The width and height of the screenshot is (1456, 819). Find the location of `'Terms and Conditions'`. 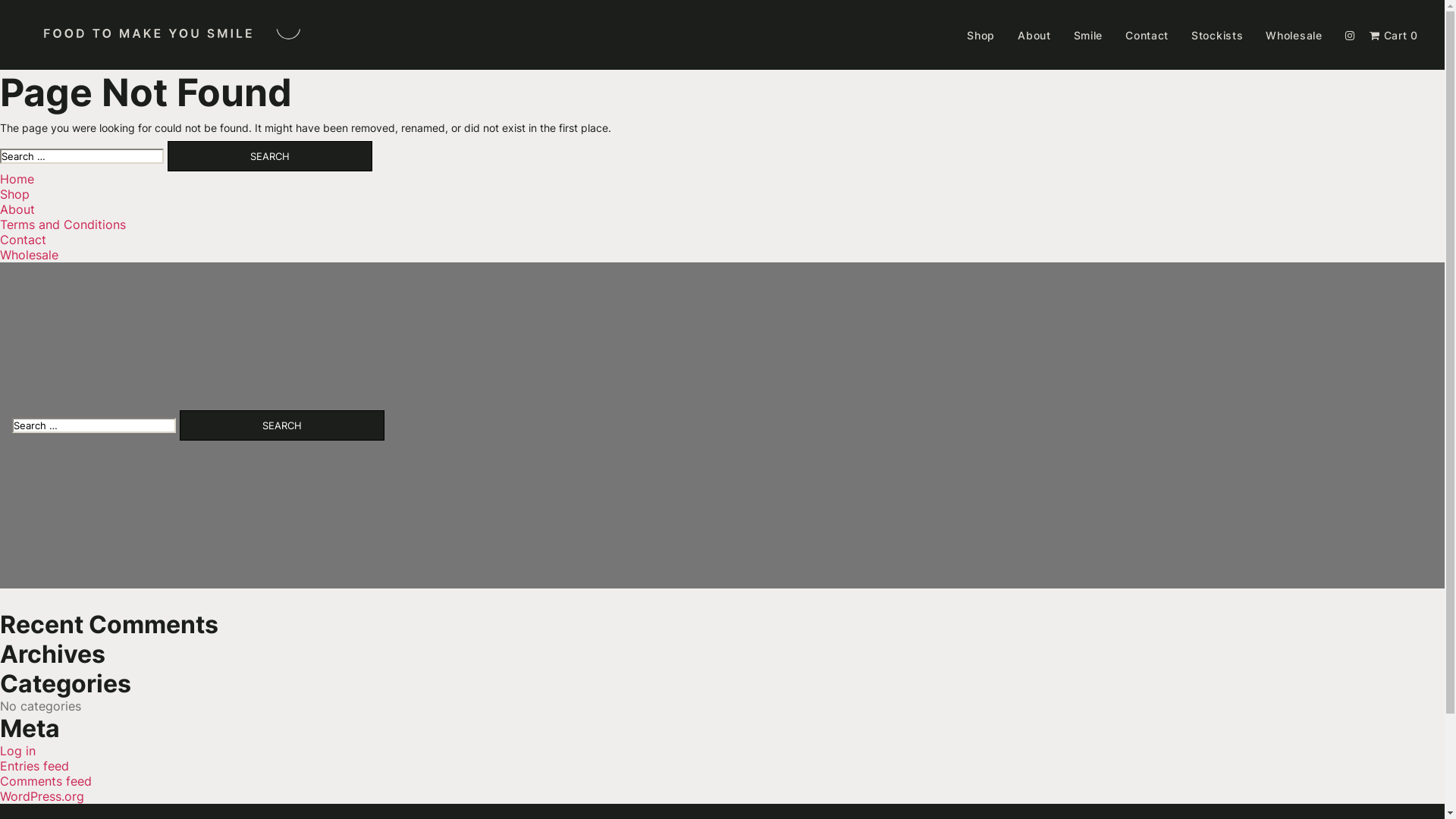

'Terms and Conditions' is located at coordinates (0, 224).